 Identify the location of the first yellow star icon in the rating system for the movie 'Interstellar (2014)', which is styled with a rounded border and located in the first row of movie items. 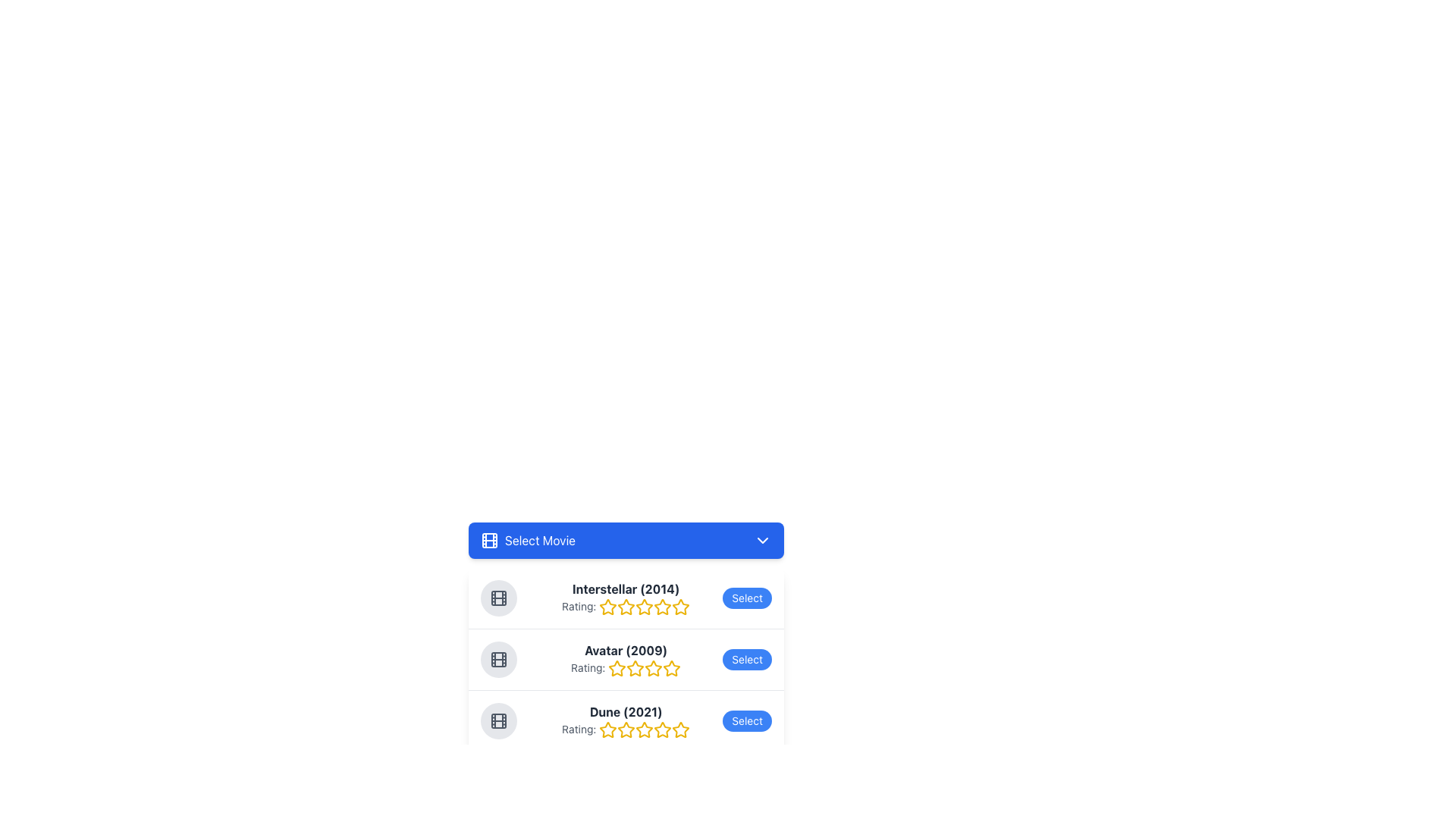
(608, 607).